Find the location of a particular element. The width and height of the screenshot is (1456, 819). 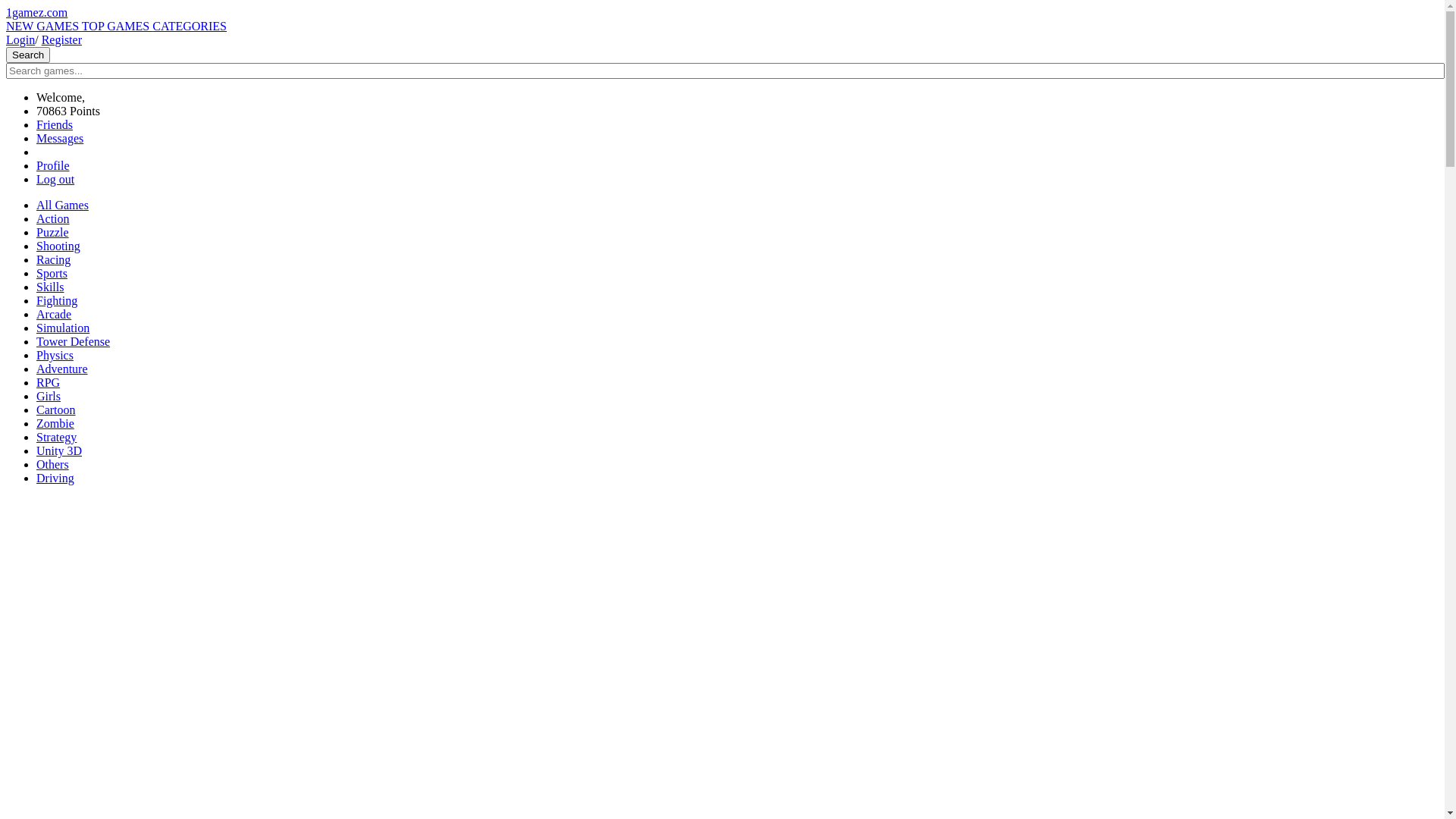

'Adventure' is located at coordinates (61, 369).